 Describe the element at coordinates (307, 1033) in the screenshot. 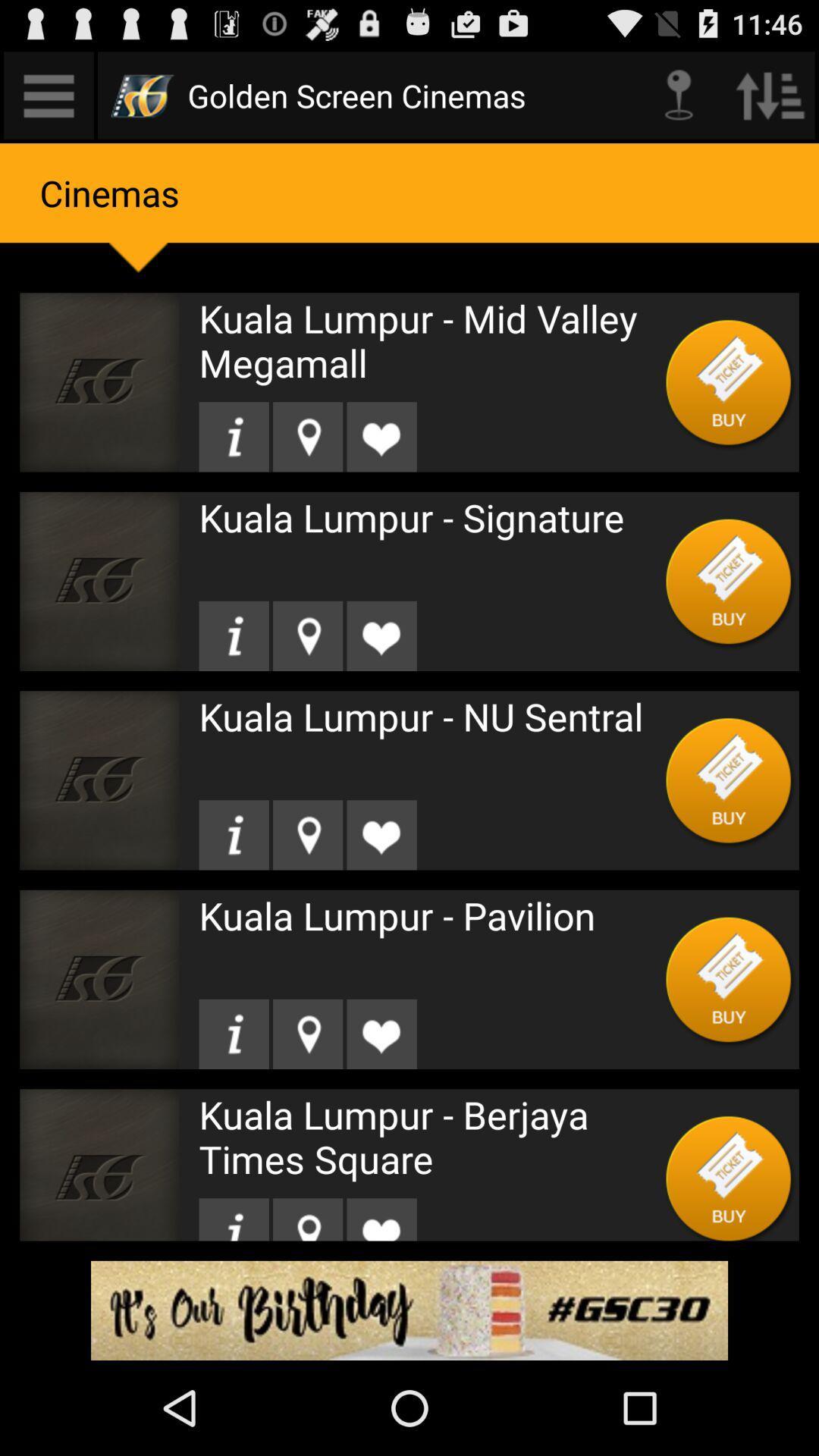

I see `location icon` at that location.